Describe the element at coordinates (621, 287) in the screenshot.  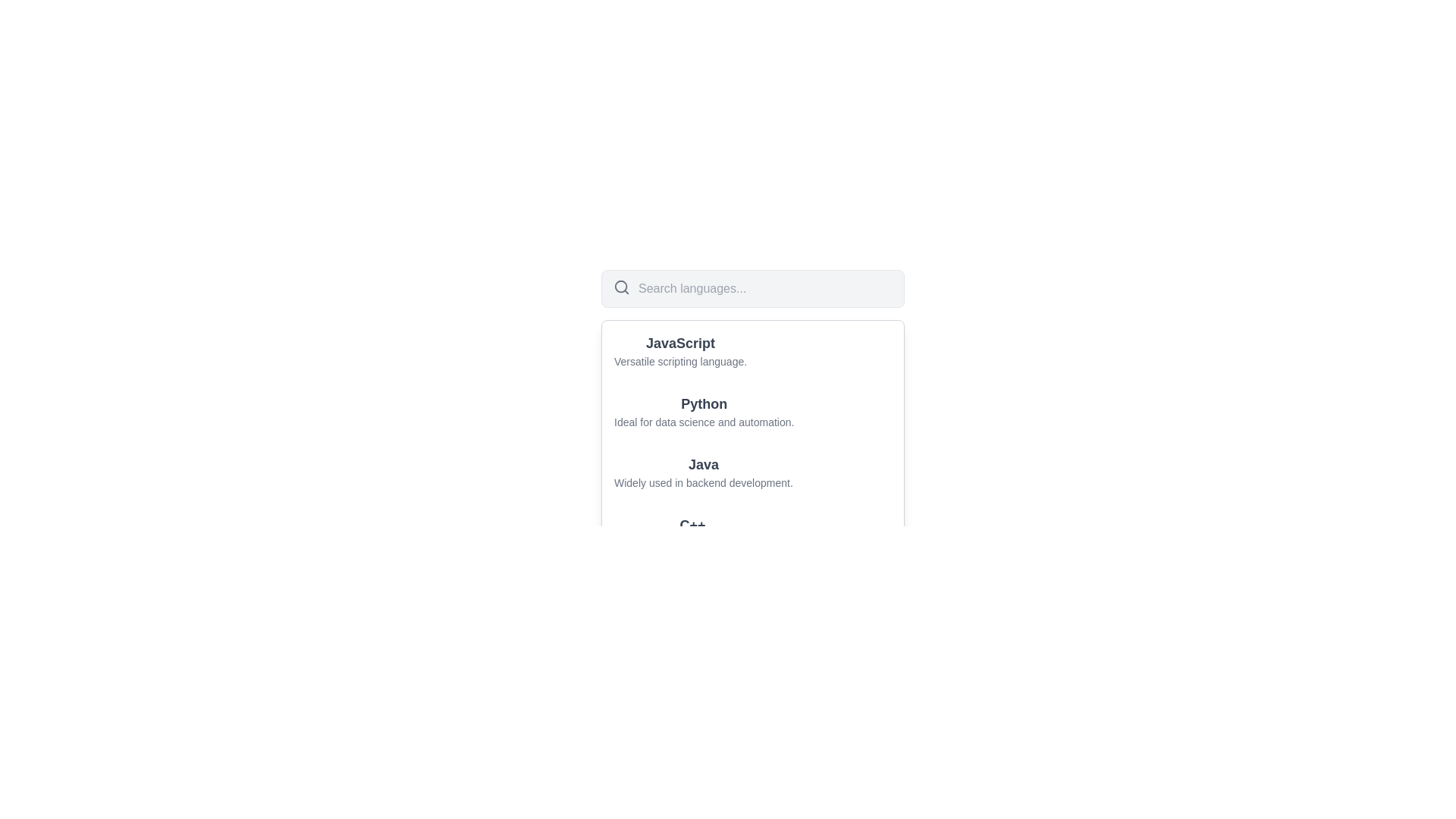
I see `the inner circular component of the magnifying glass icon, which symbolizes search functionality` at that location.